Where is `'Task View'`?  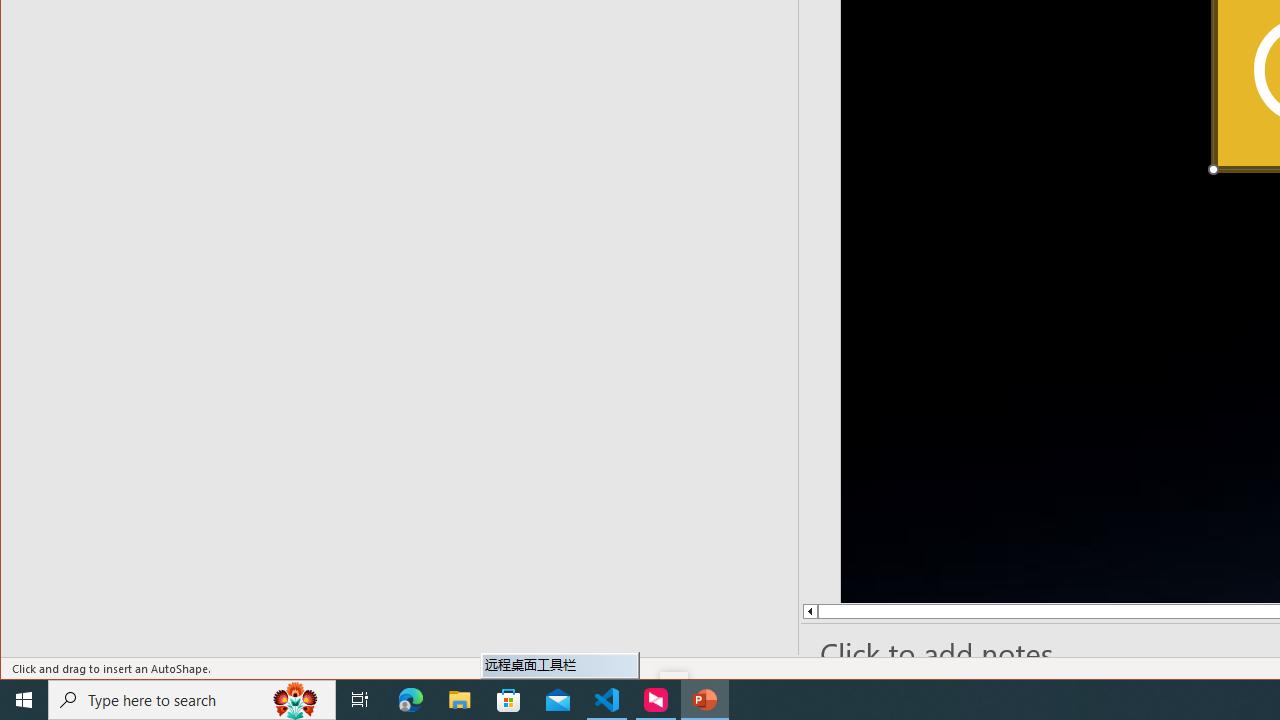 'Task View' is located at coordinates (359, 698).